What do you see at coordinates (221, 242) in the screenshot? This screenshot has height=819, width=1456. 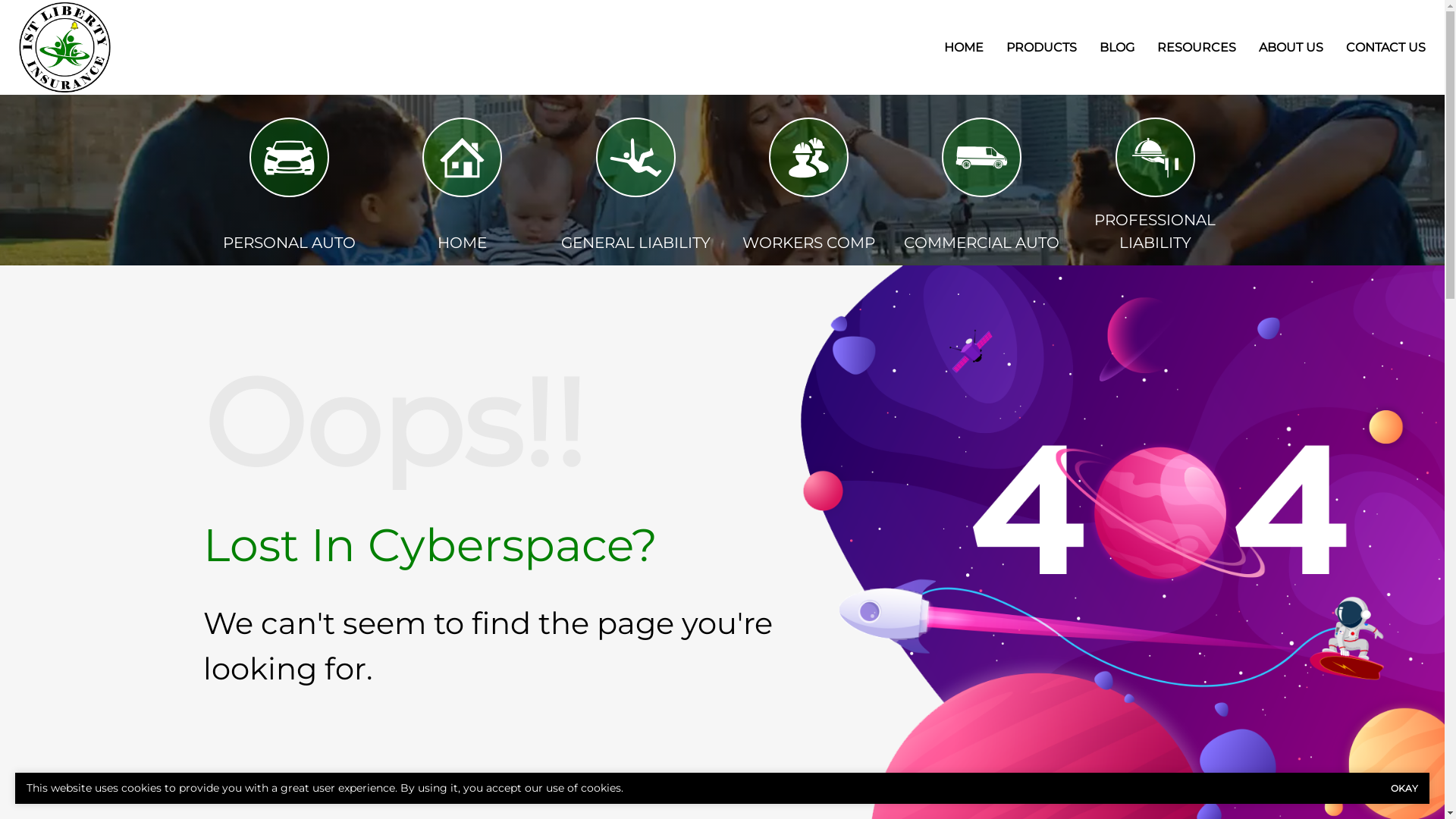 I see `'PERSONAL AUTO'` at bounding box center [221, 242].